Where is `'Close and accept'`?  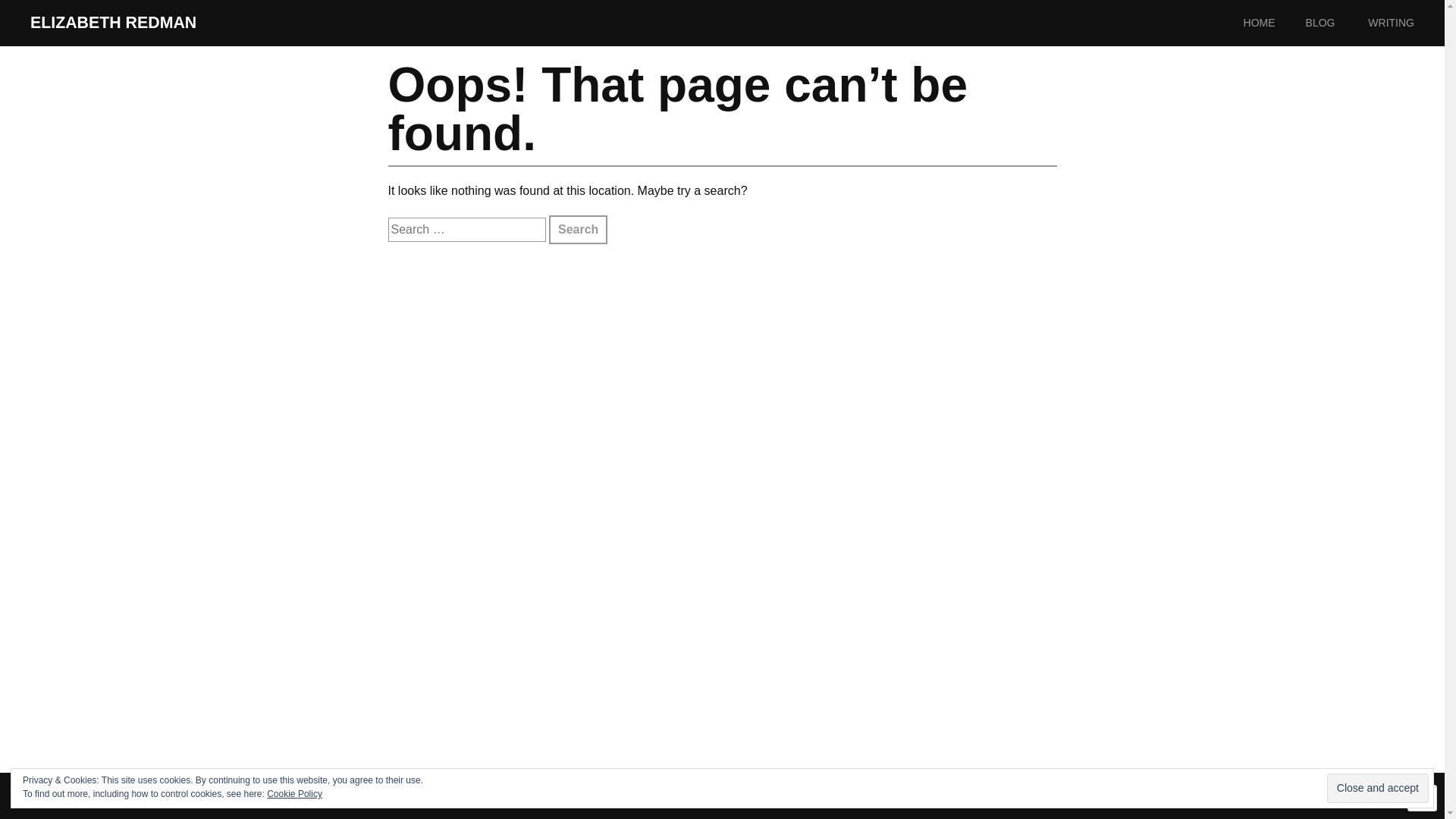 'Close and accept' is located at coordinates (1378, 787).